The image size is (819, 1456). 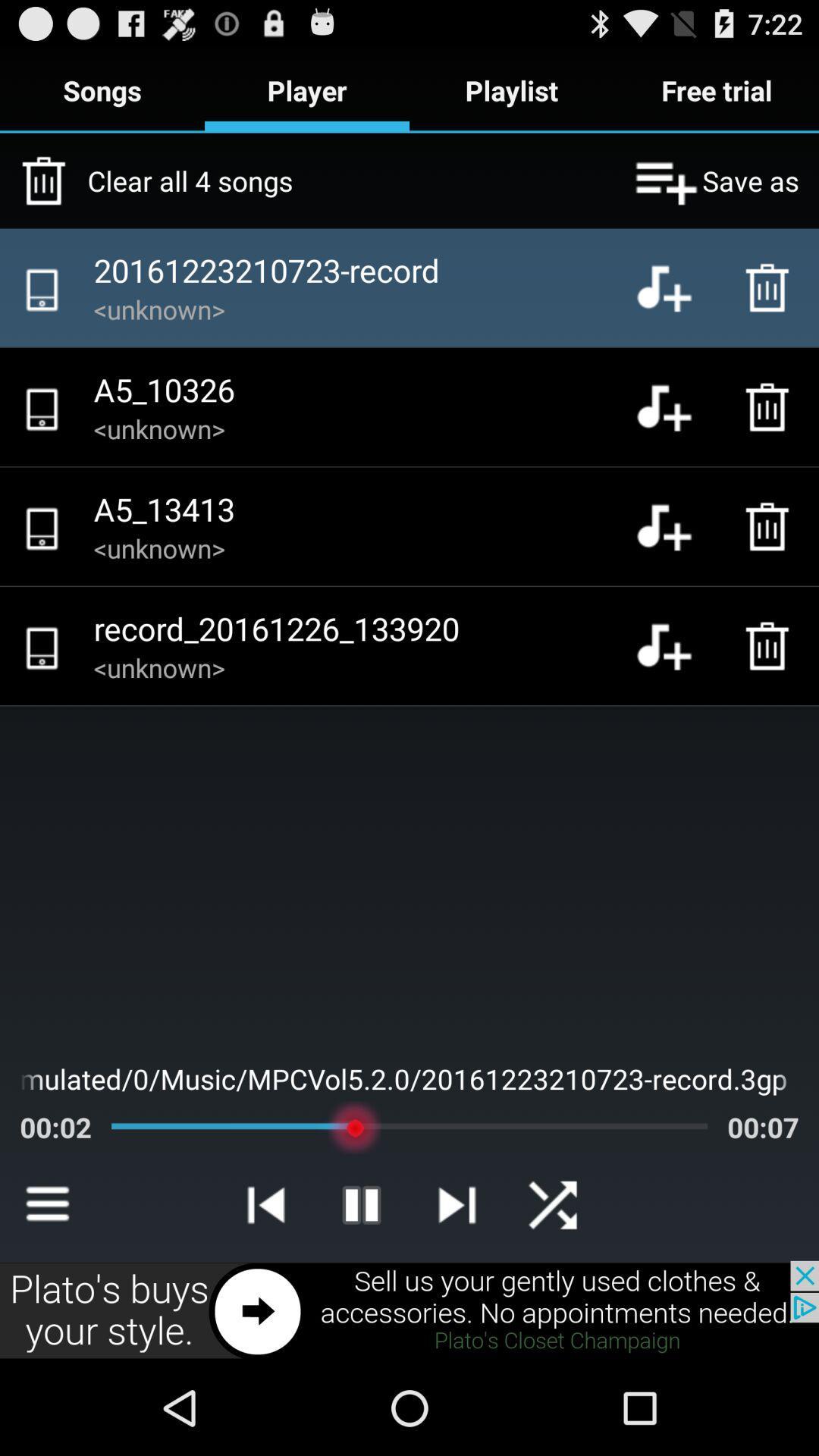 What do you see at coordinates (771, 407) in the screenshot?
I see `delete` at bounding box center [771, 407].